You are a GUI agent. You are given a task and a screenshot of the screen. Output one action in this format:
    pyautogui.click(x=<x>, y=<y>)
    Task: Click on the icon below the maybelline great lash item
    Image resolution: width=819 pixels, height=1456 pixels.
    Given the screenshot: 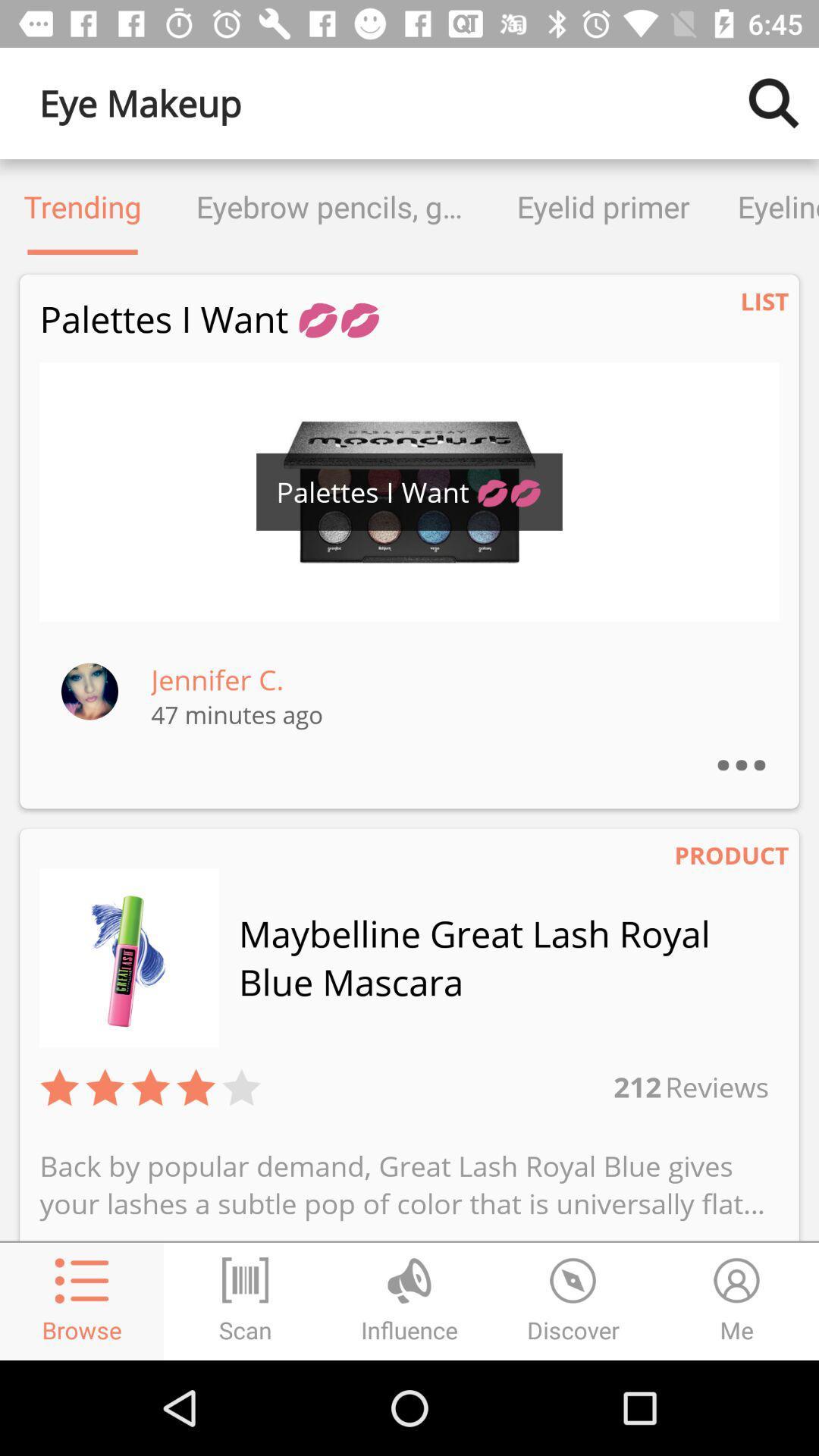 What is the action you would take?
    pyautogui.click(x=715, y=1086)
    